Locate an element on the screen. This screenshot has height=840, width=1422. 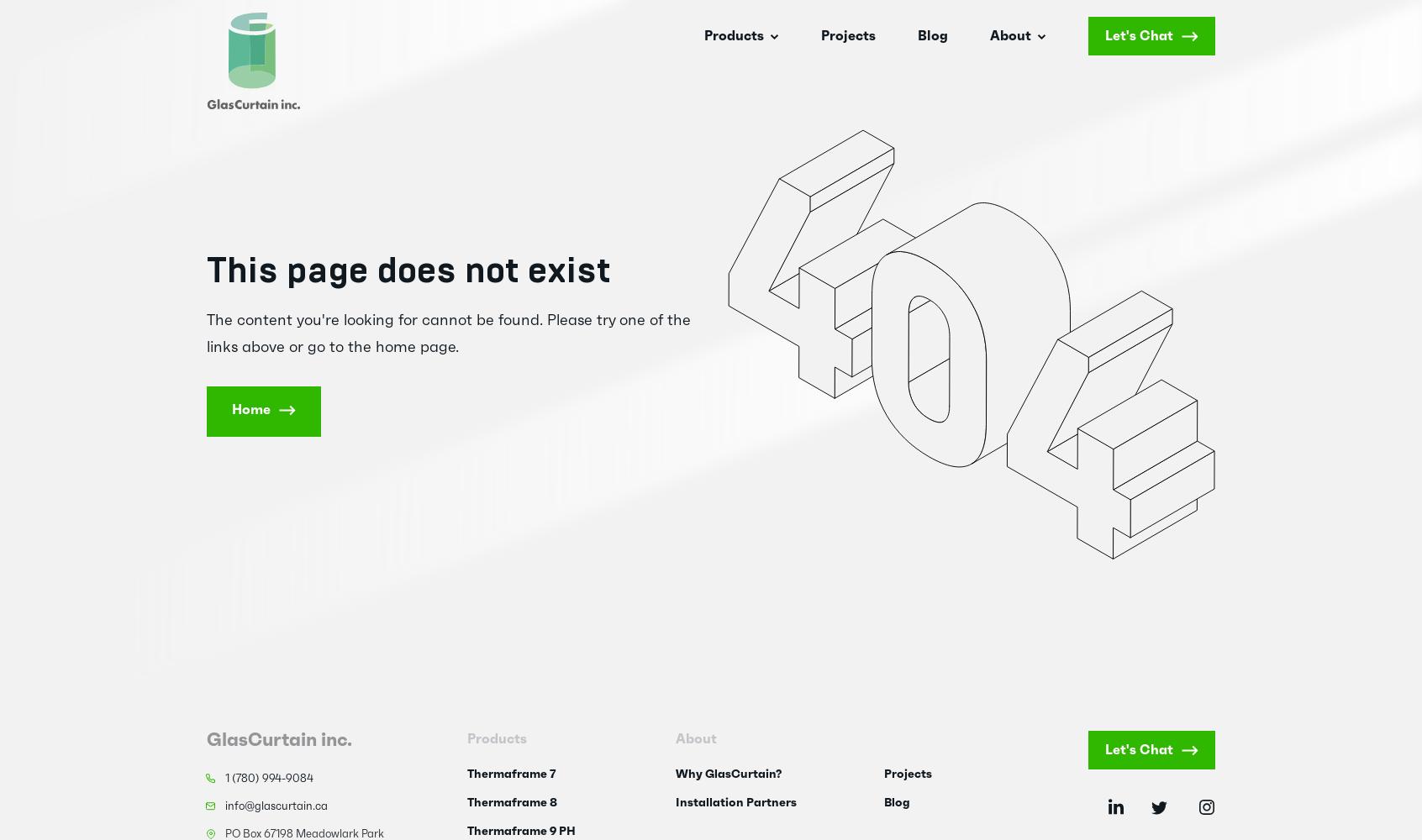
'PO Box 67198 Meadowlark Park' is located at coordinates (304, 833).